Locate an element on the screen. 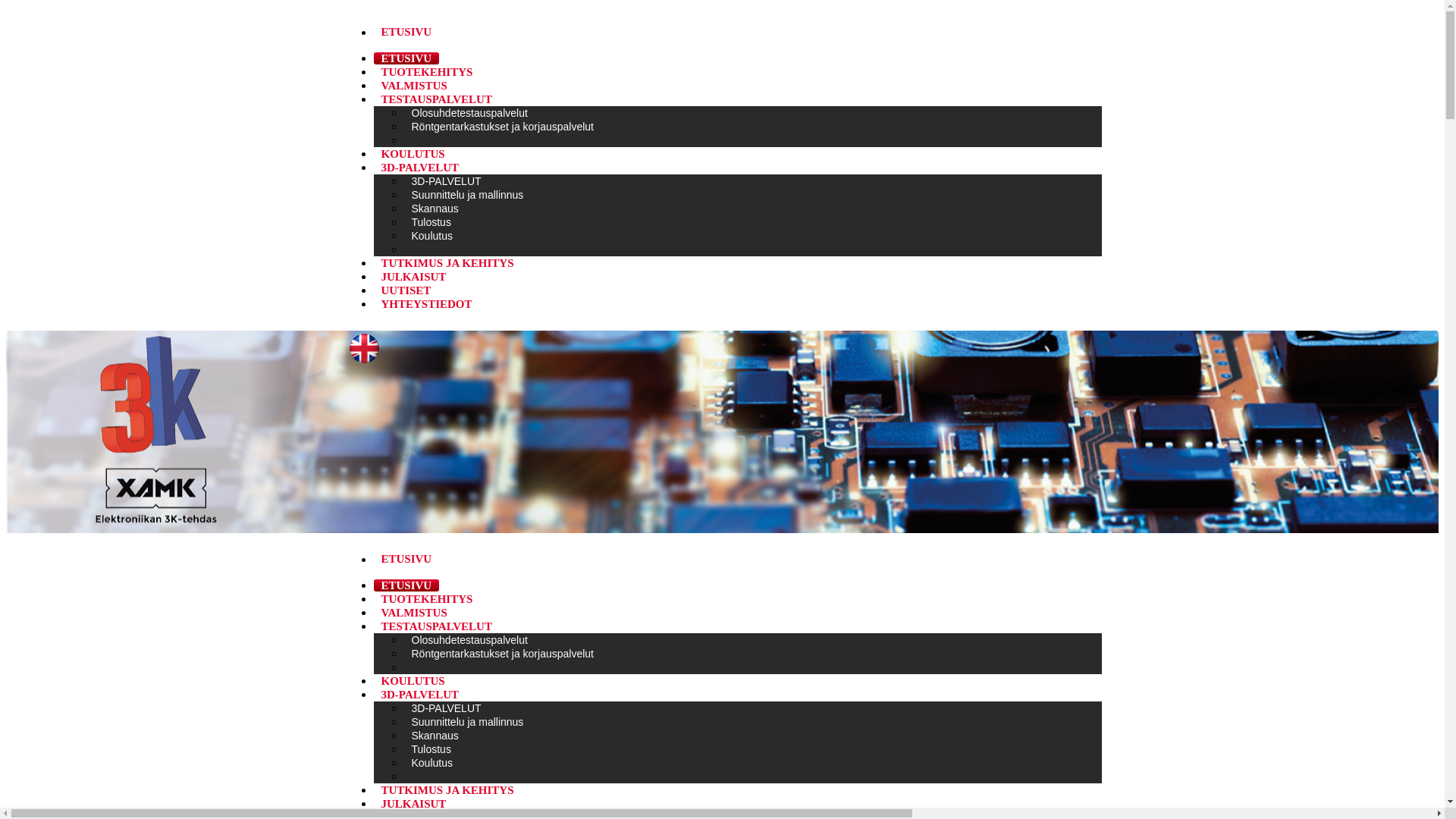  'Koulutus' is located at coordinates (431, 236).